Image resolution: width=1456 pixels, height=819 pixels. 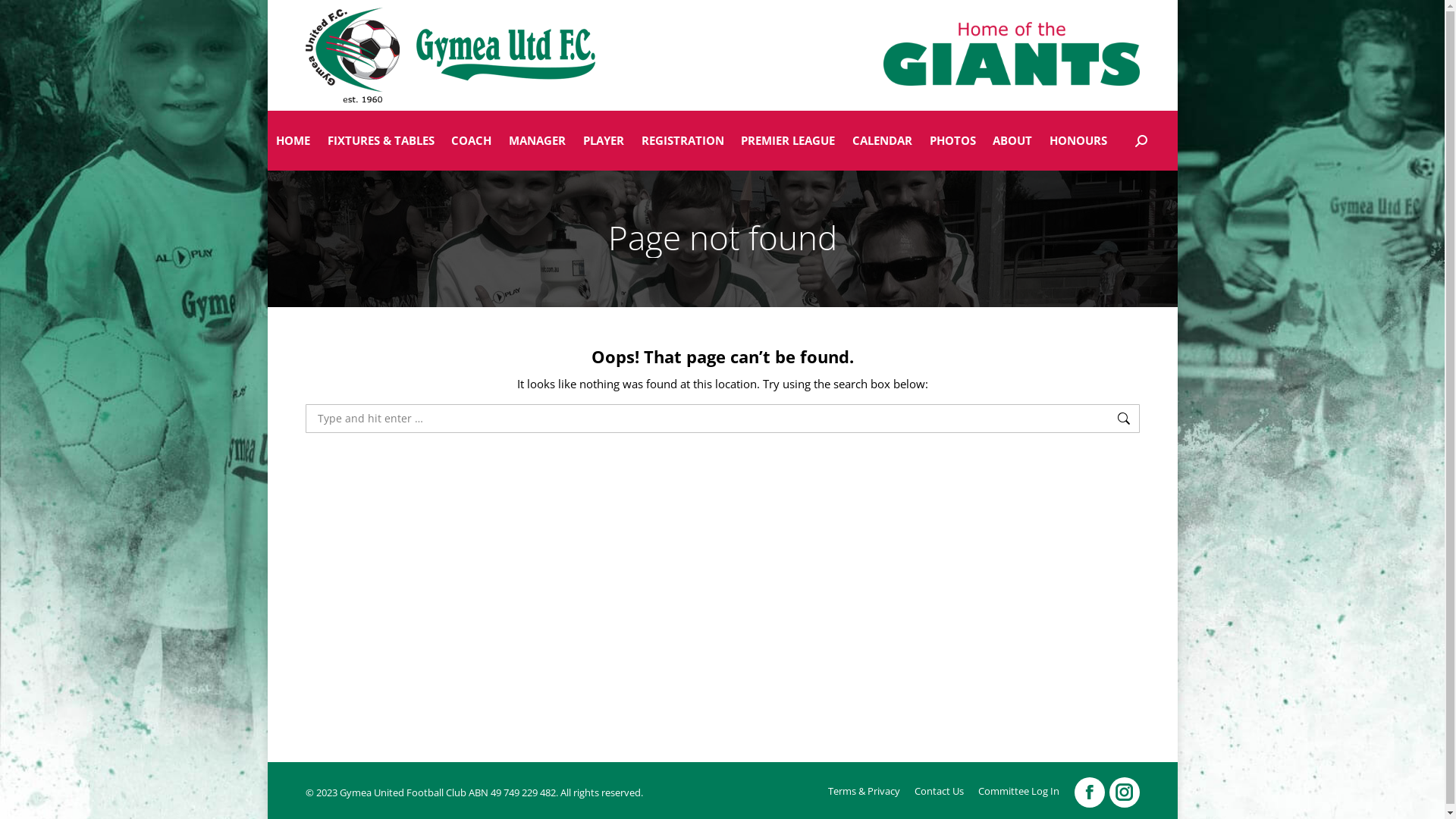 I want to click on 'Terms & Privacy', so click(x=864, y=790).